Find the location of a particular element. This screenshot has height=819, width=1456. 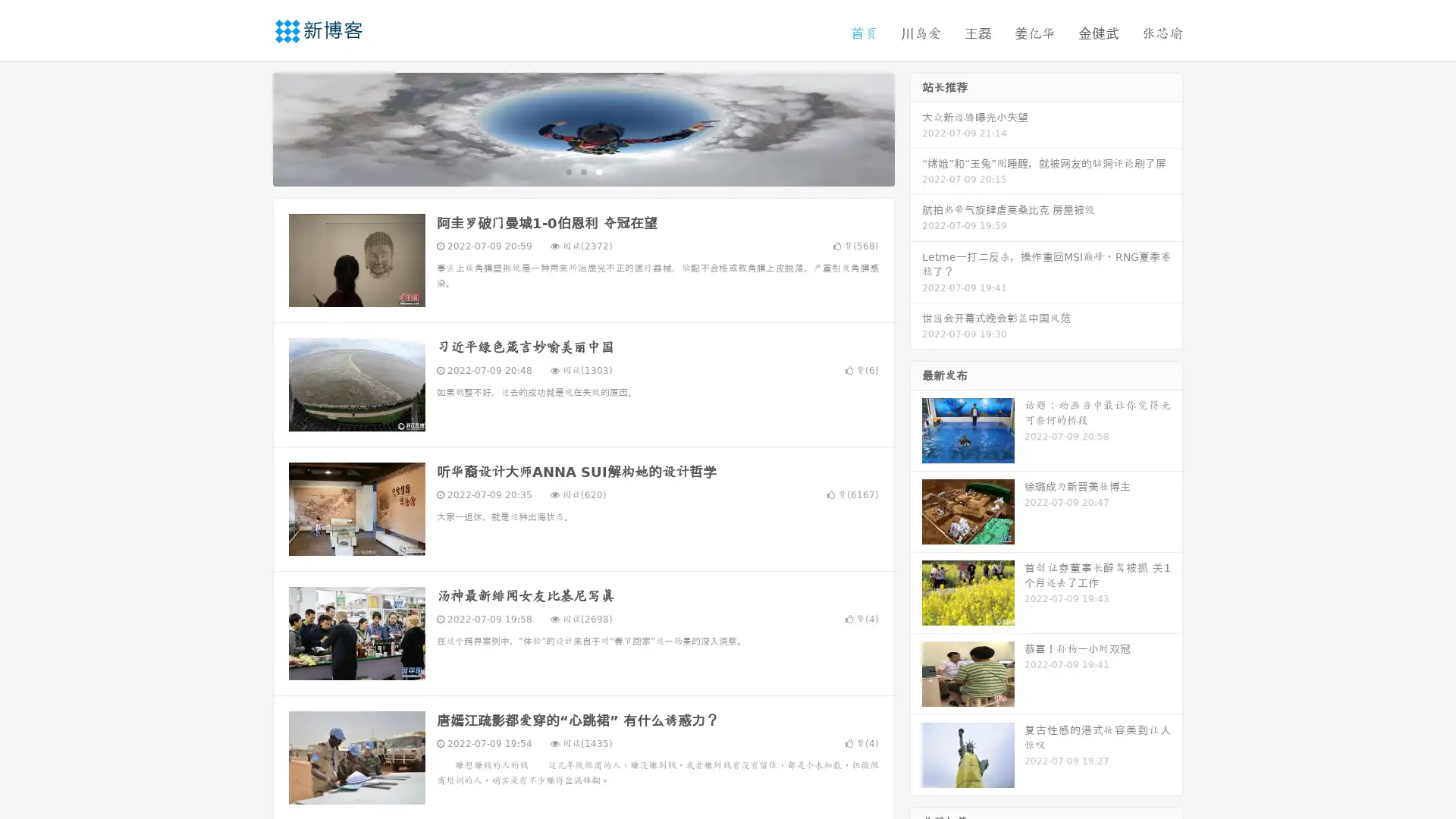

Go to slide 2 is located at coordinates (582, 171).